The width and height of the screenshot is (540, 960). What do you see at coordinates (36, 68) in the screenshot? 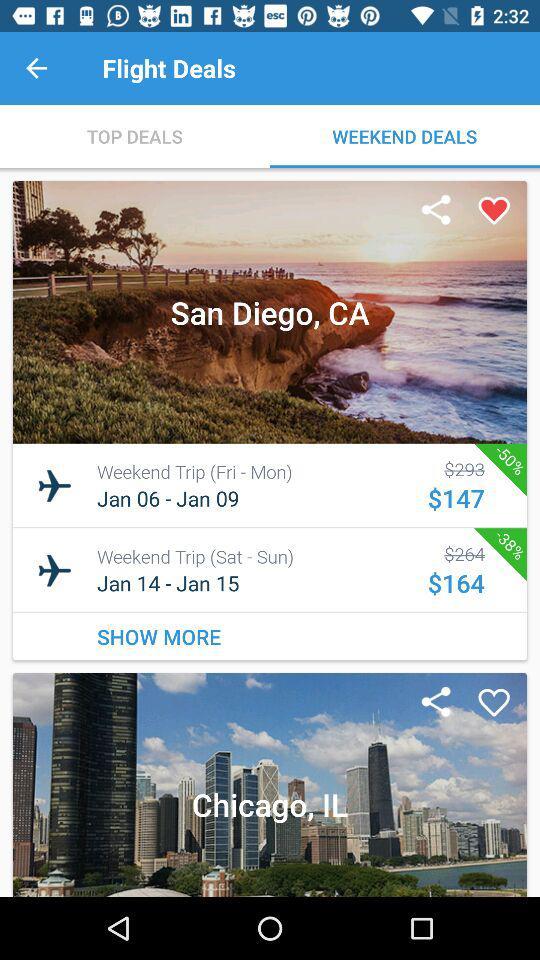
I see `click arrow to go to previous page or screen` at bounding box center [36, 68].